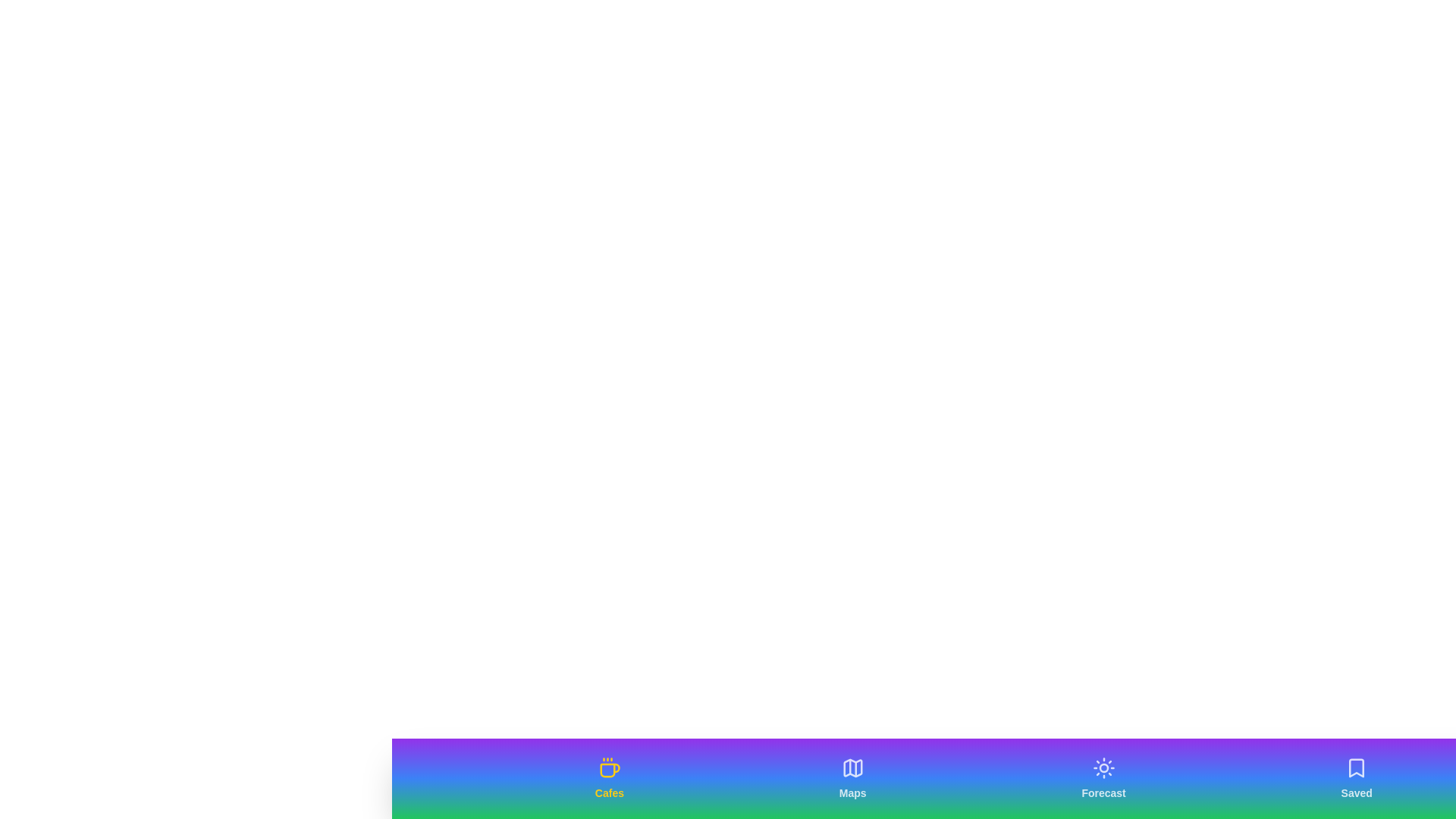 The width and height of the screenshot is (1456, 819). I want to click on the tab labeled Maps to activate it, so click(852, 778).